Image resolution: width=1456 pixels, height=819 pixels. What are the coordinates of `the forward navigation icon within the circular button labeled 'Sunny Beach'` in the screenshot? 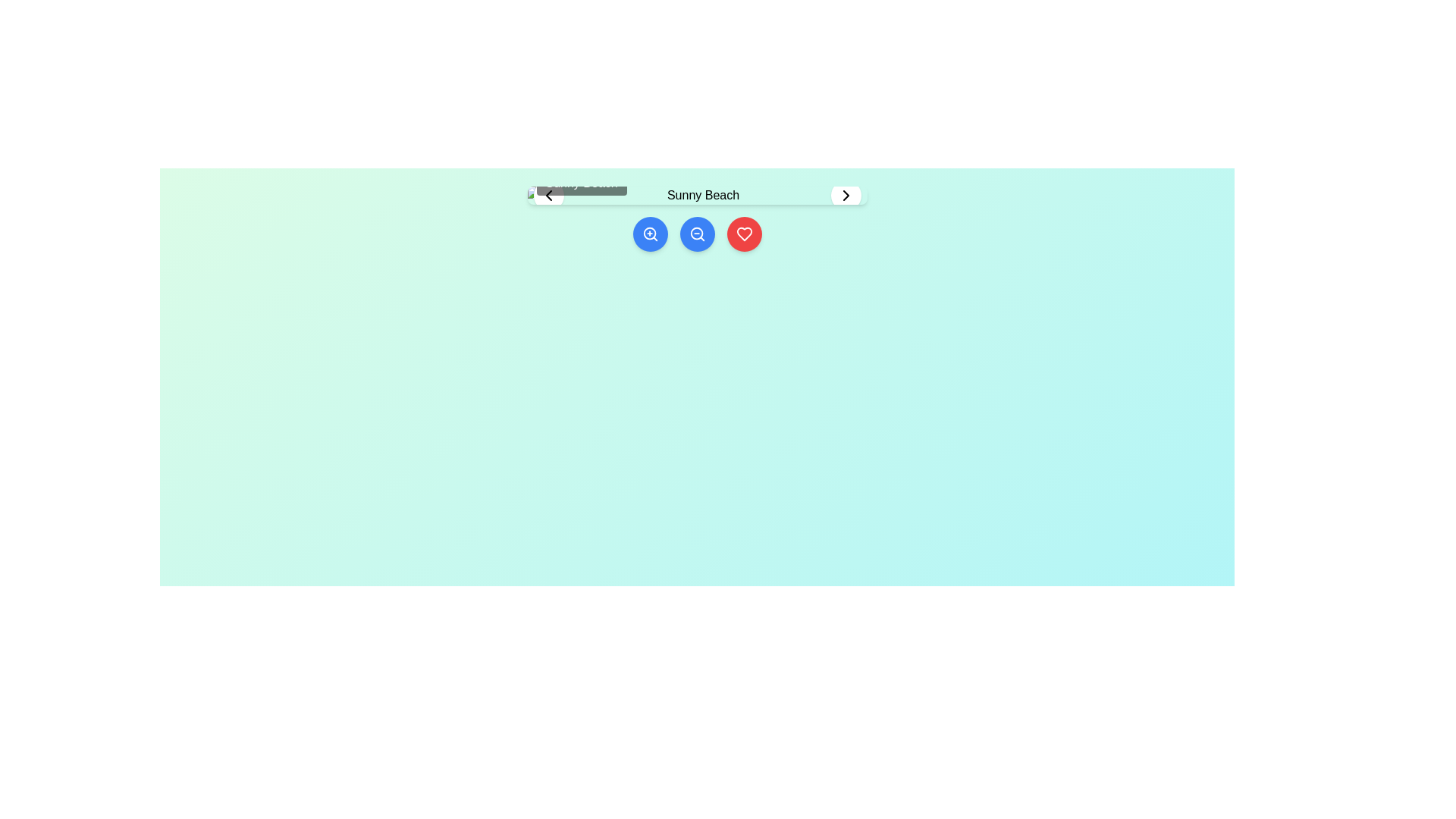 It's located at (845, 195).